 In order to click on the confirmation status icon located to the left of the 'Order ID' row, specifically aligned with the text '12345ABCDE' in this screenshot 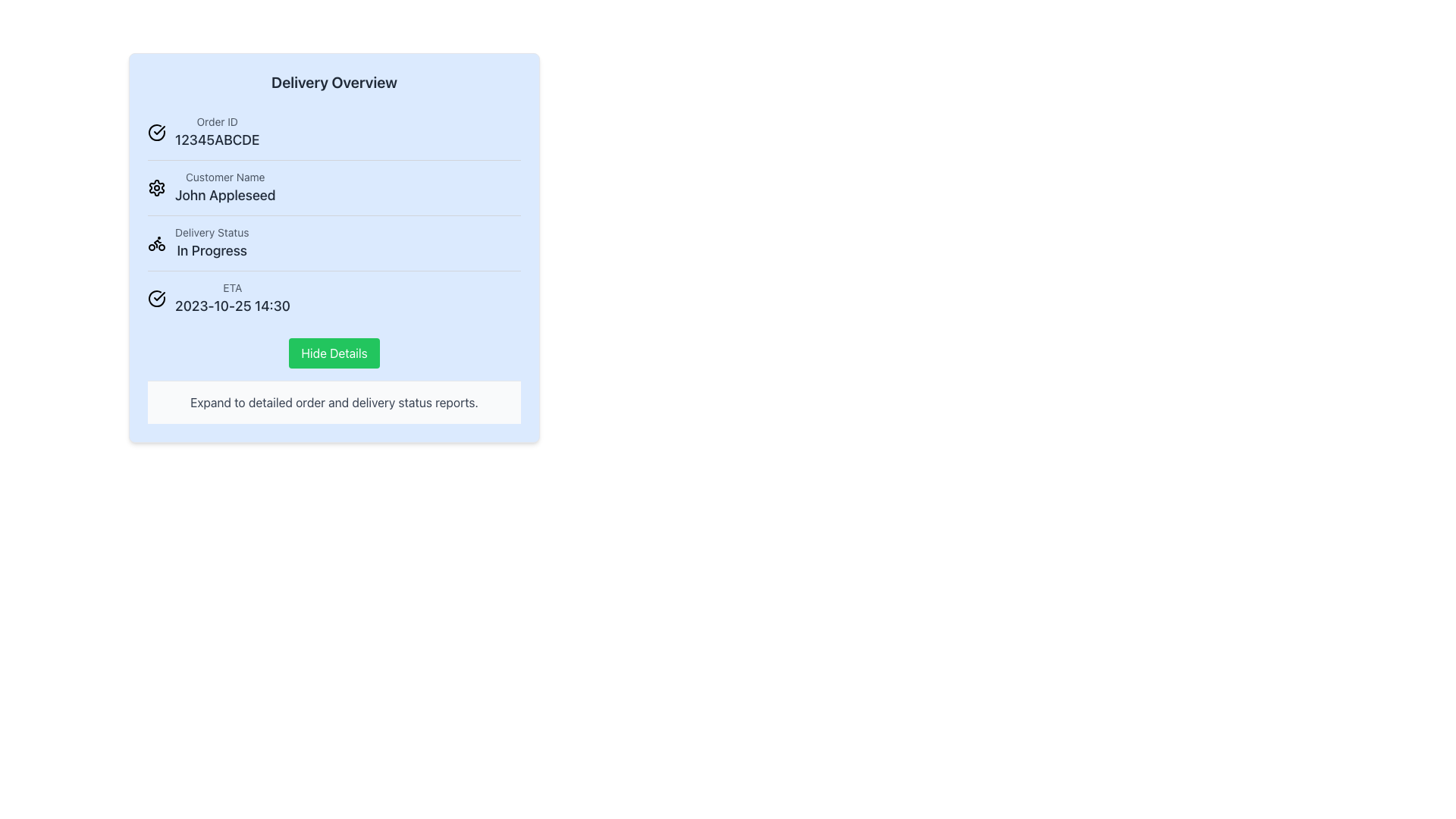, I will do `click(156, 131)`.